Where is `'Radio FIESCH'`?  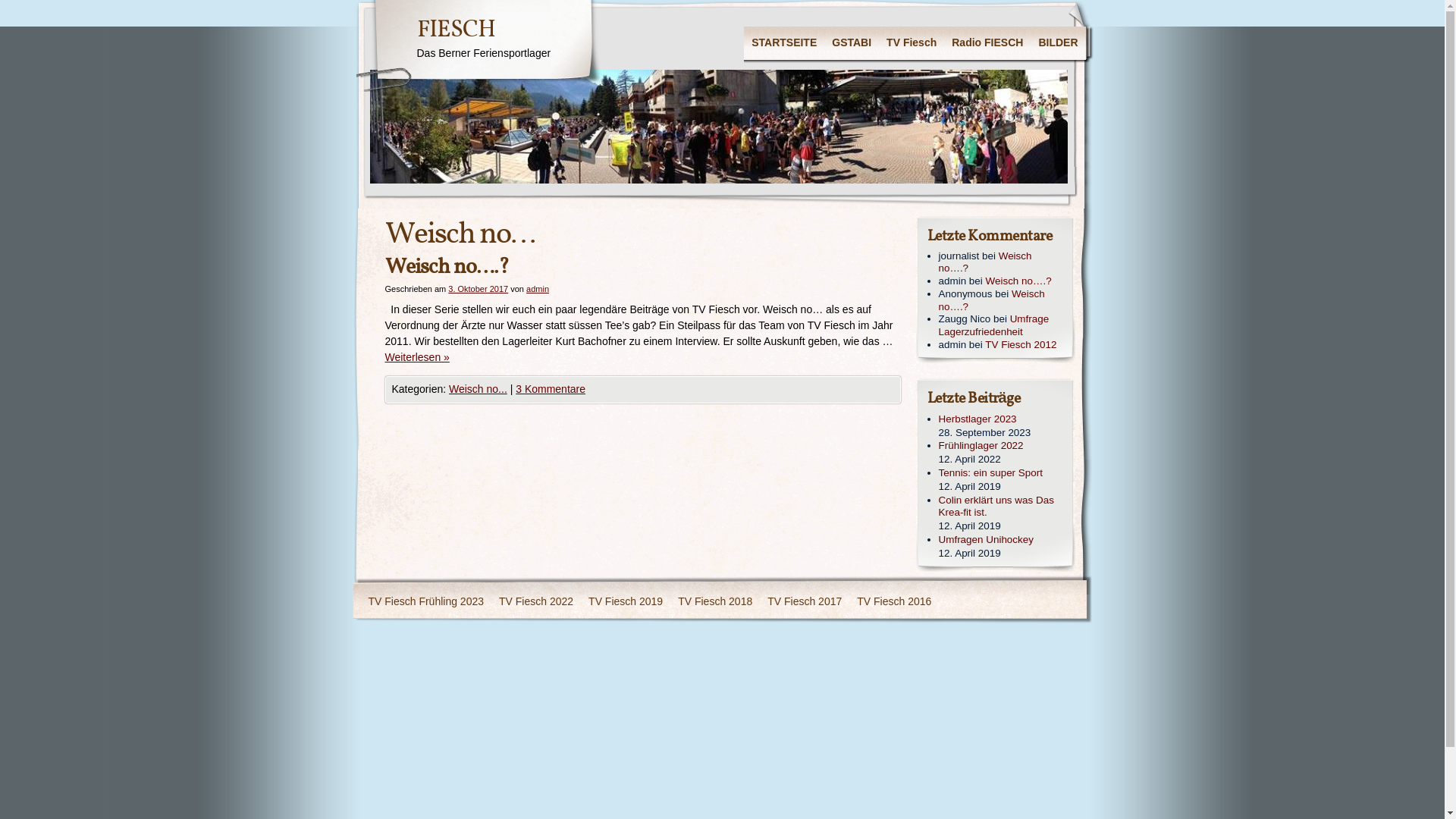 'Radio FIESCH' is located at coordinates (987, 42).